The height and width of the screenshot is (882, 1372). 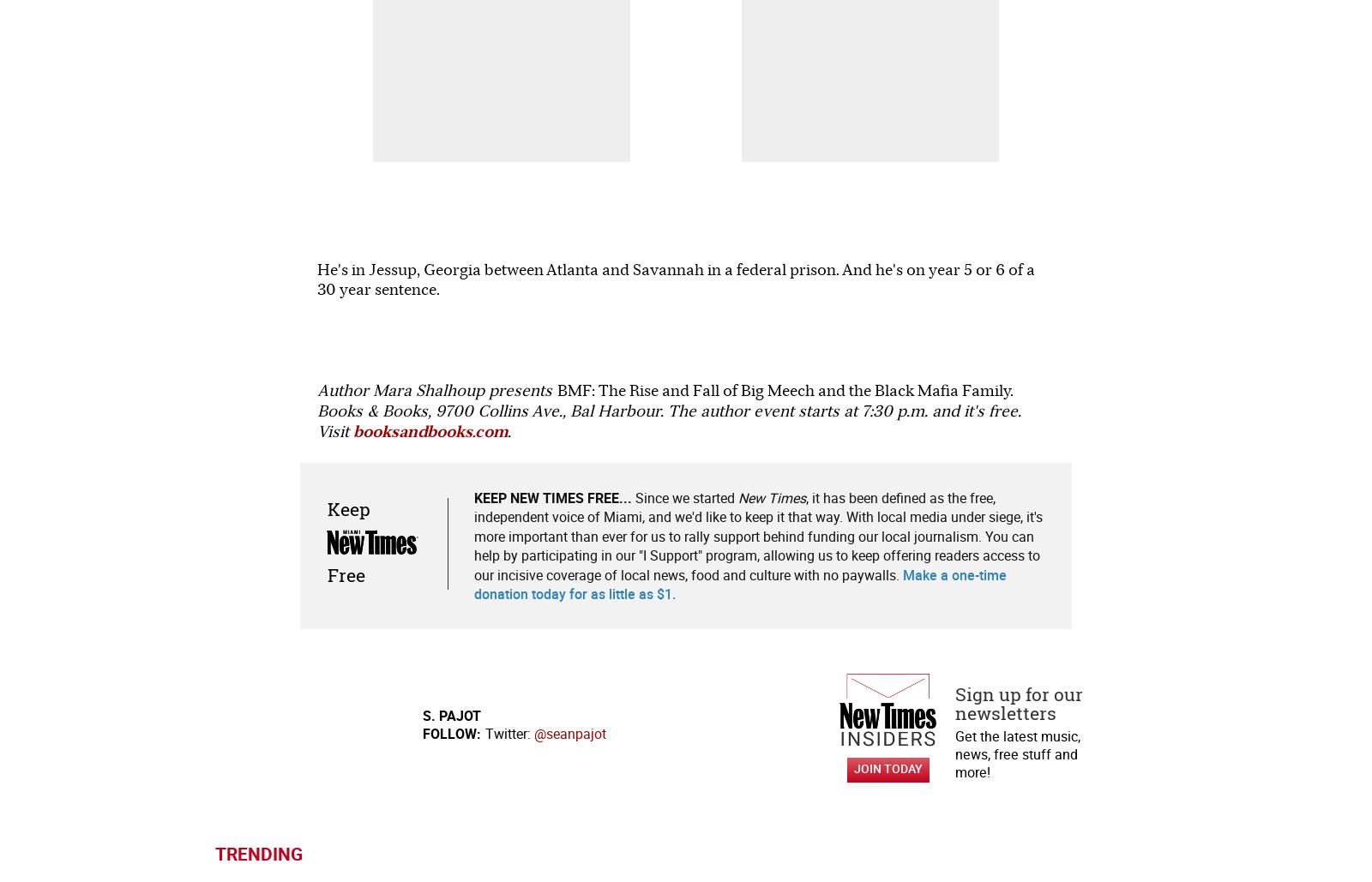 I want to click on 'The Miami New Times may earn a portion of sales from products & services purchased through links on our site from our
affiliate partners.
©2023
Miami New Times, LLC. All rights reserved.', so click(x=423, y=860).